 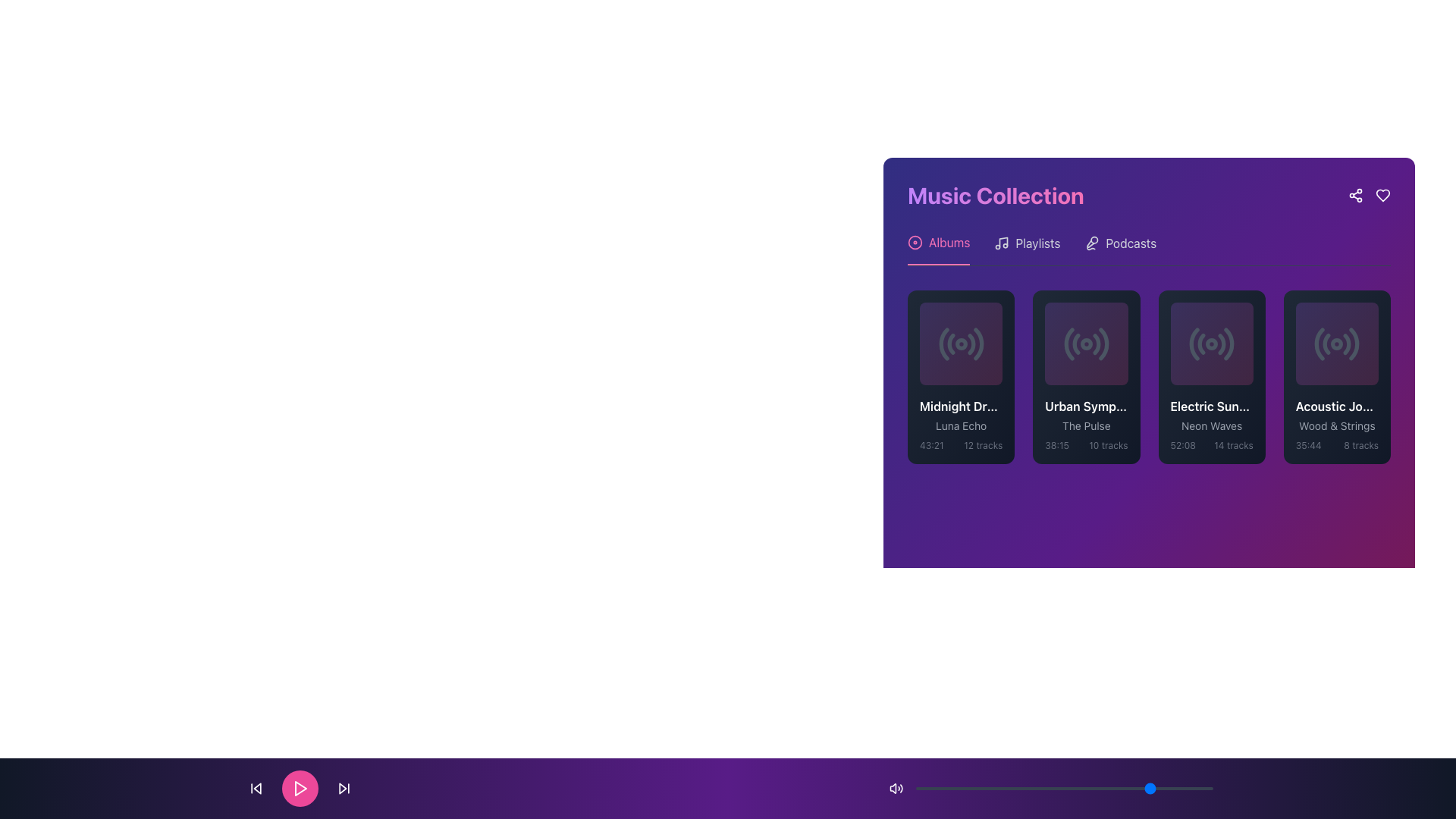 What do you see at coordinates (1056, 445) in the screenshot?
I see `the static text label displaying the duration '38:15' minutes, located at the bottom-left side of the 'Urban Symphony' album card` at bounding box center [1056, 445].